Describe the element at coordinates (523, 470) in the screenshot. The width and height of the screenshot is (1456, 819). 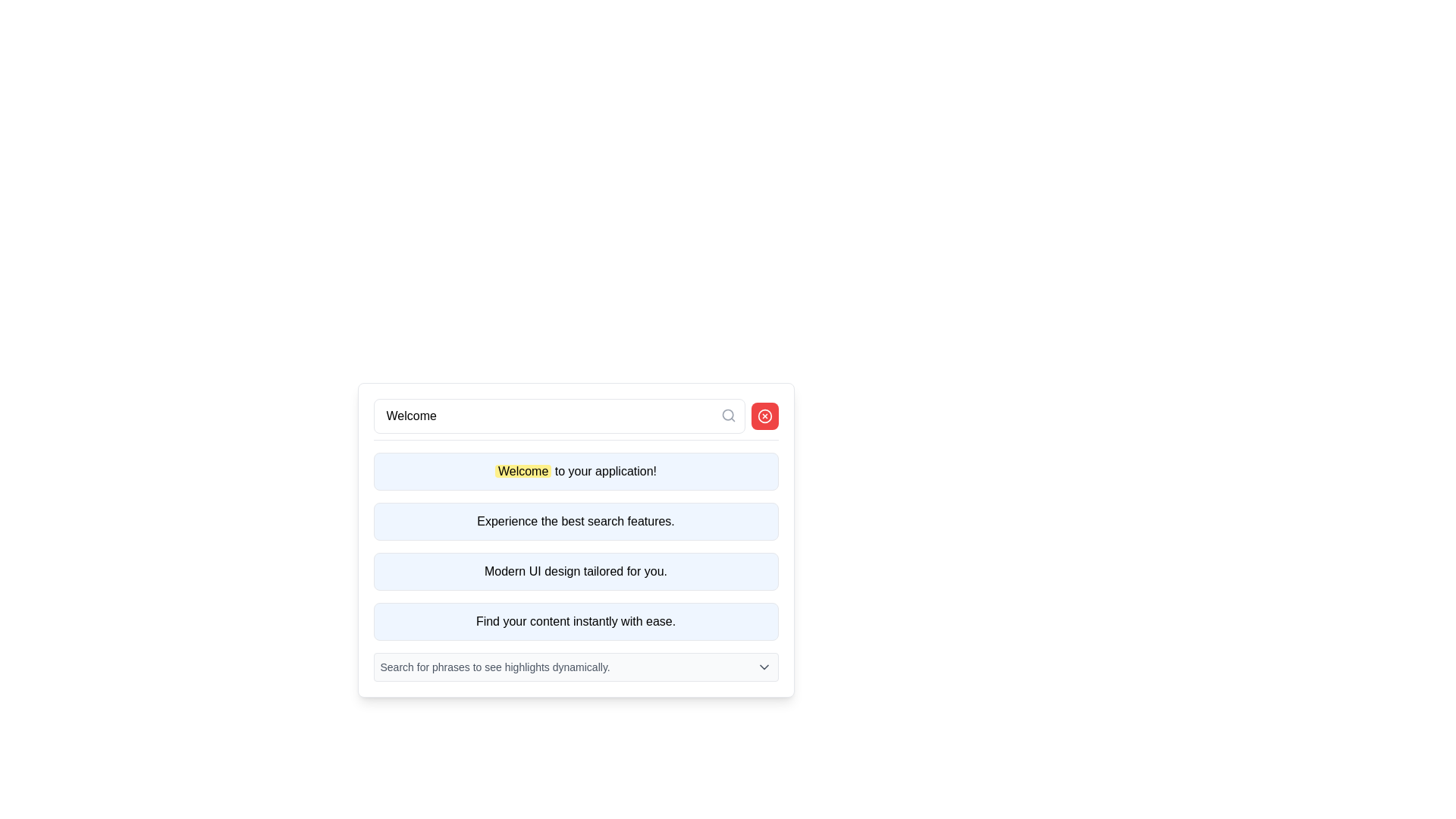
I see `the text label that serves as a greeting within the introductory sentence, styled with a yellow background and located below the search input` at that location.